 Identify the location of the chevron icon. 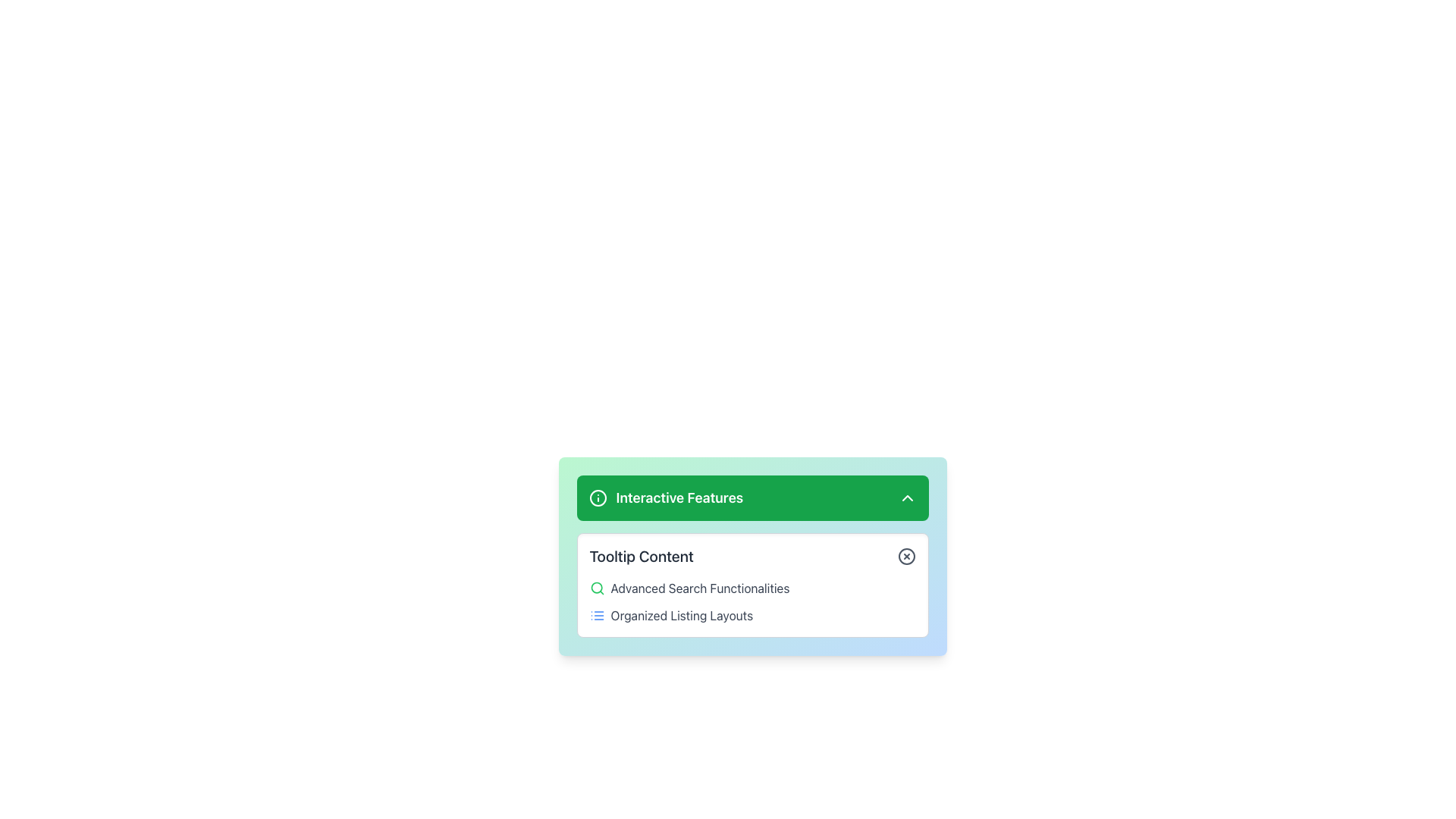
(907, 497).